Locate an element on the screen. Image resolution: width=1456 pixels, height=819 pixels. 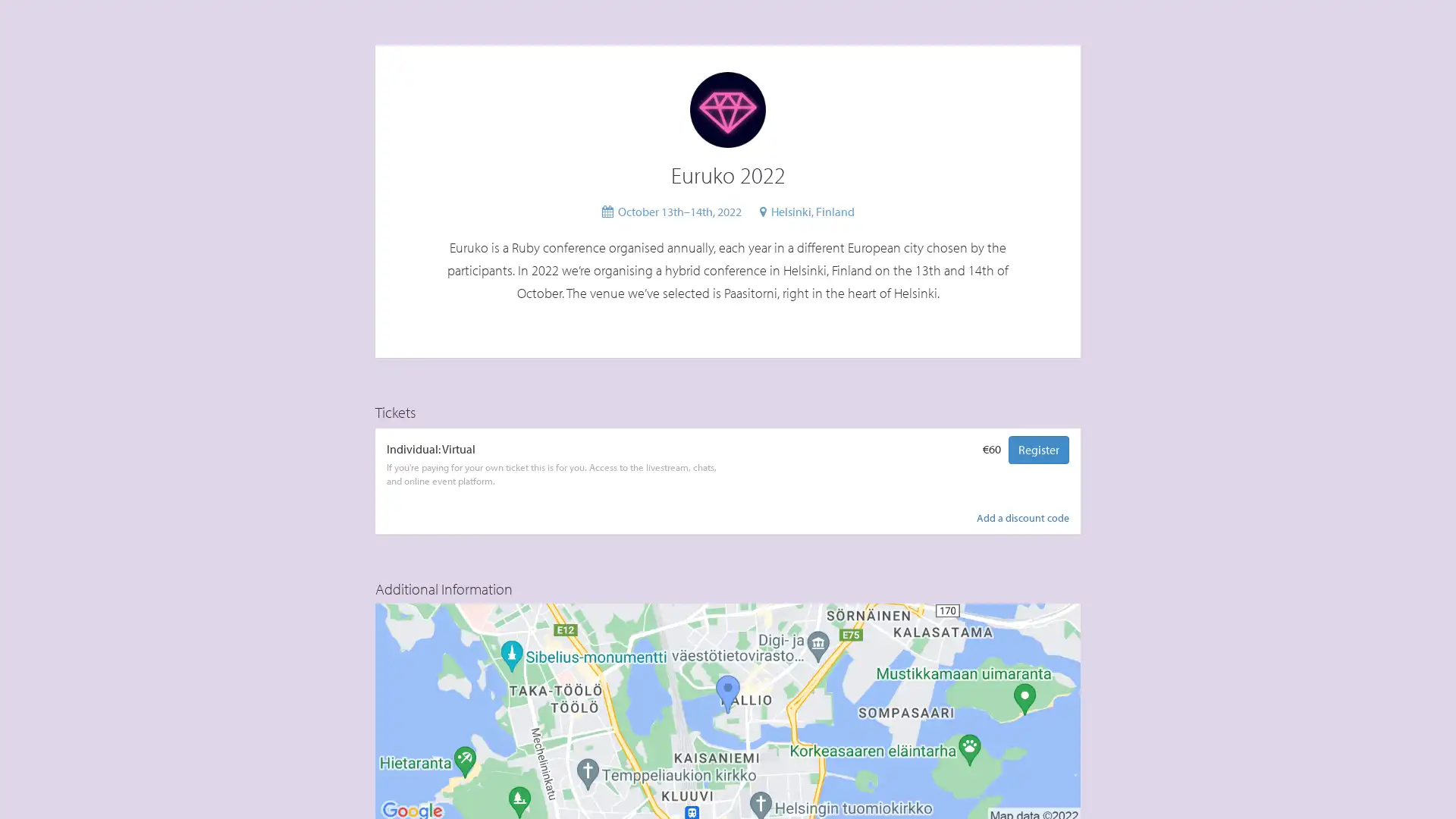
Register is located at coordinates (1037, 448).